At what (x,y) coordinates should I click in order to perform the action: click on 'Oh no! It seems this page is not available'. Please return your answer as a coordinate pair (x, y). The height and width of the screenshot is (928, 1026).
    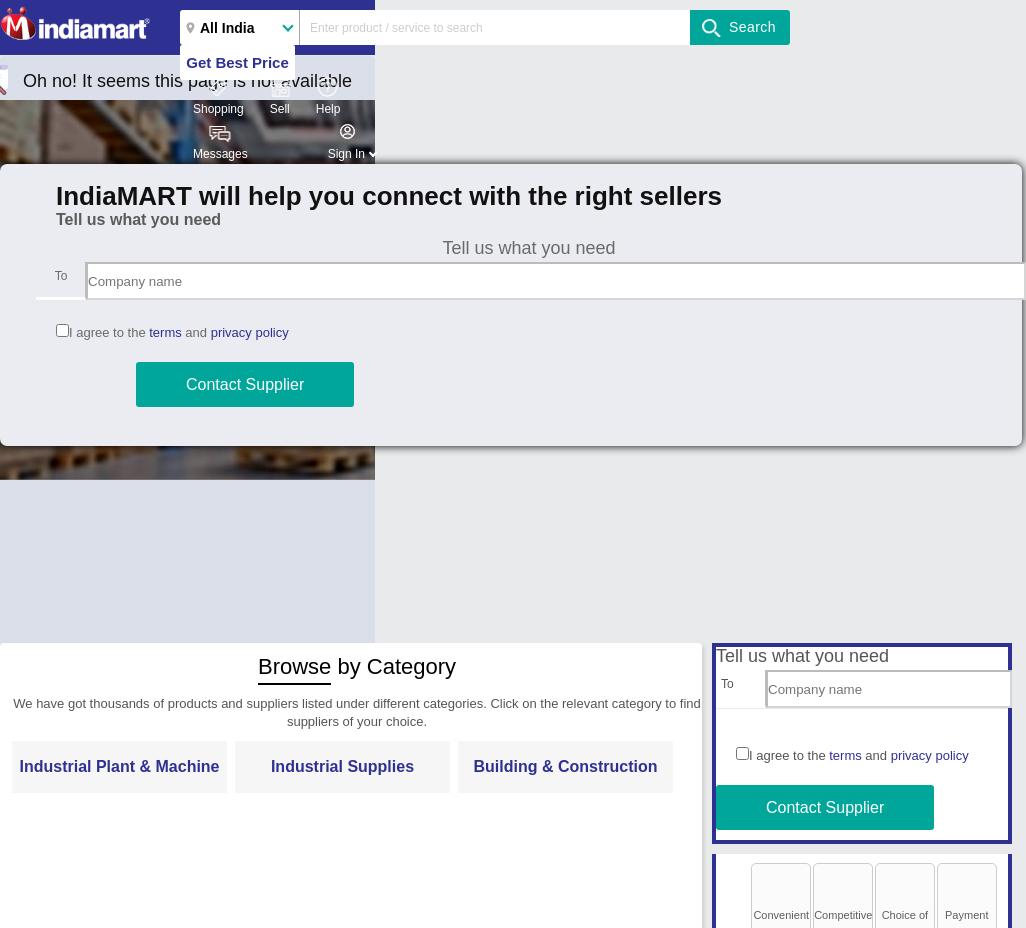
    Looking at the image, I should click on (186, 80).